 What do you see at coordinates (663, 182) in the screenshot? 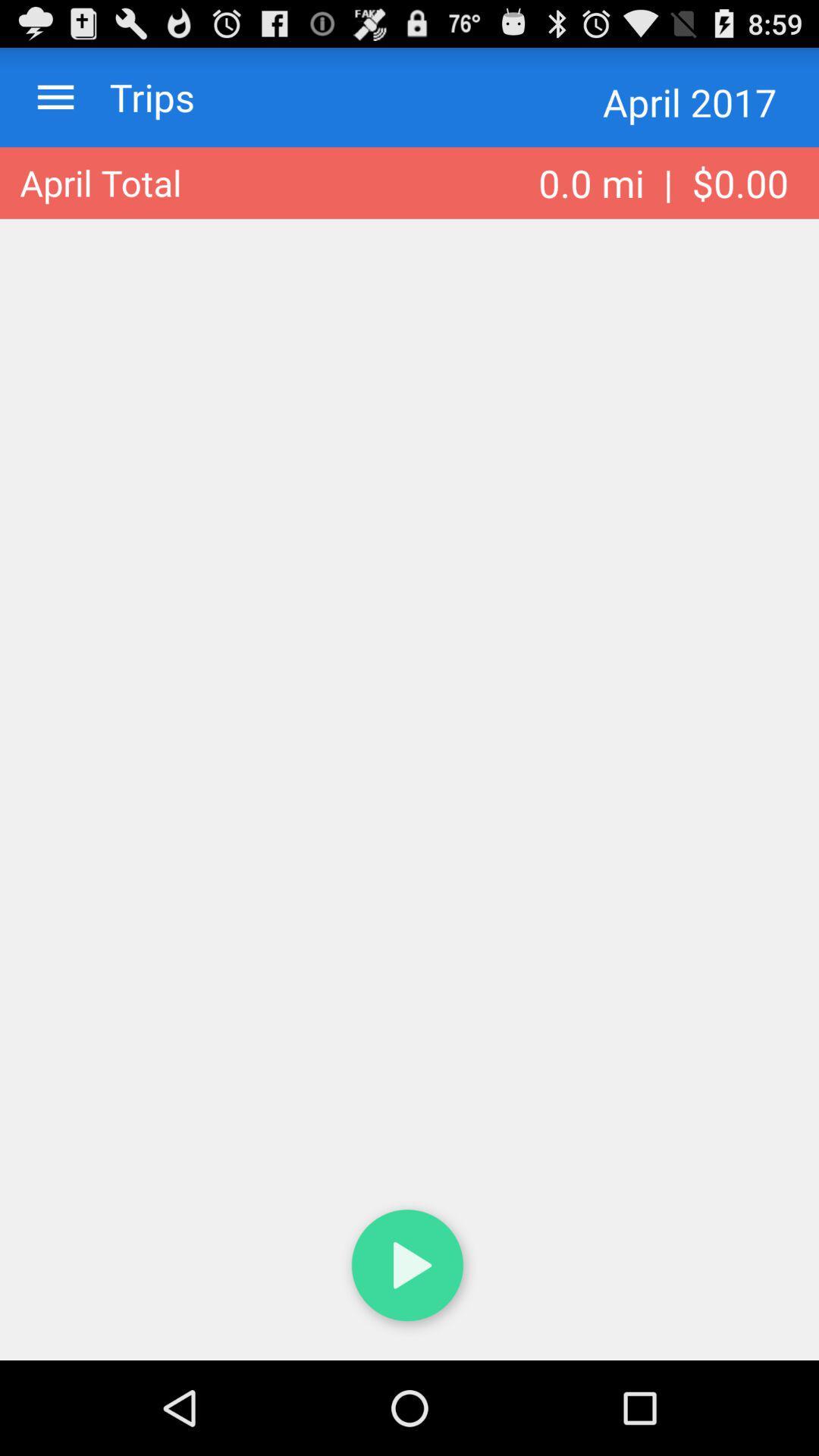
I see `the 0 0 mi item` at bounding box center [663, 182].